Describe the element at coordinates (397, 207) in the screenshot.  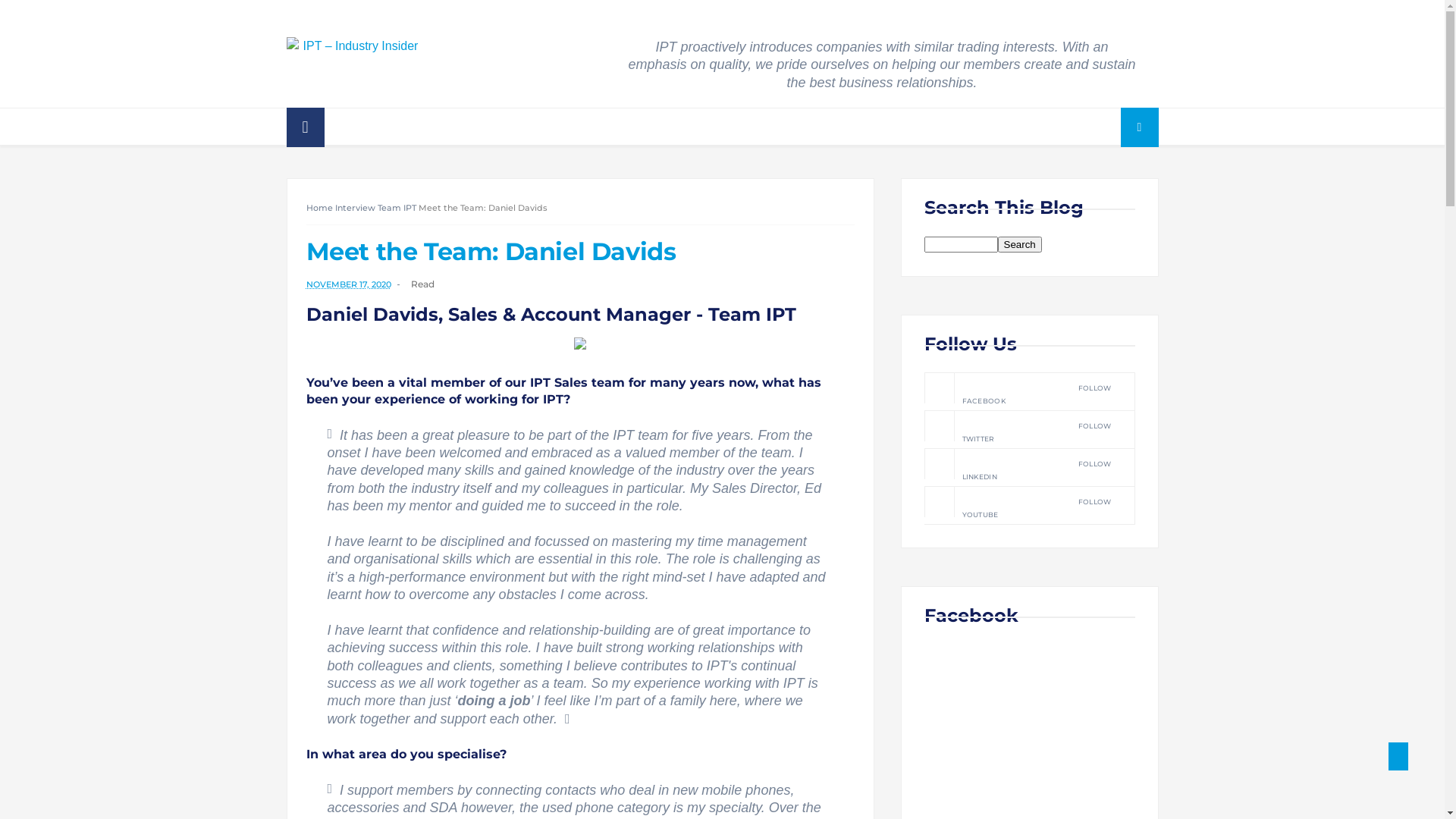
I see `'Team IPT'` at that location.